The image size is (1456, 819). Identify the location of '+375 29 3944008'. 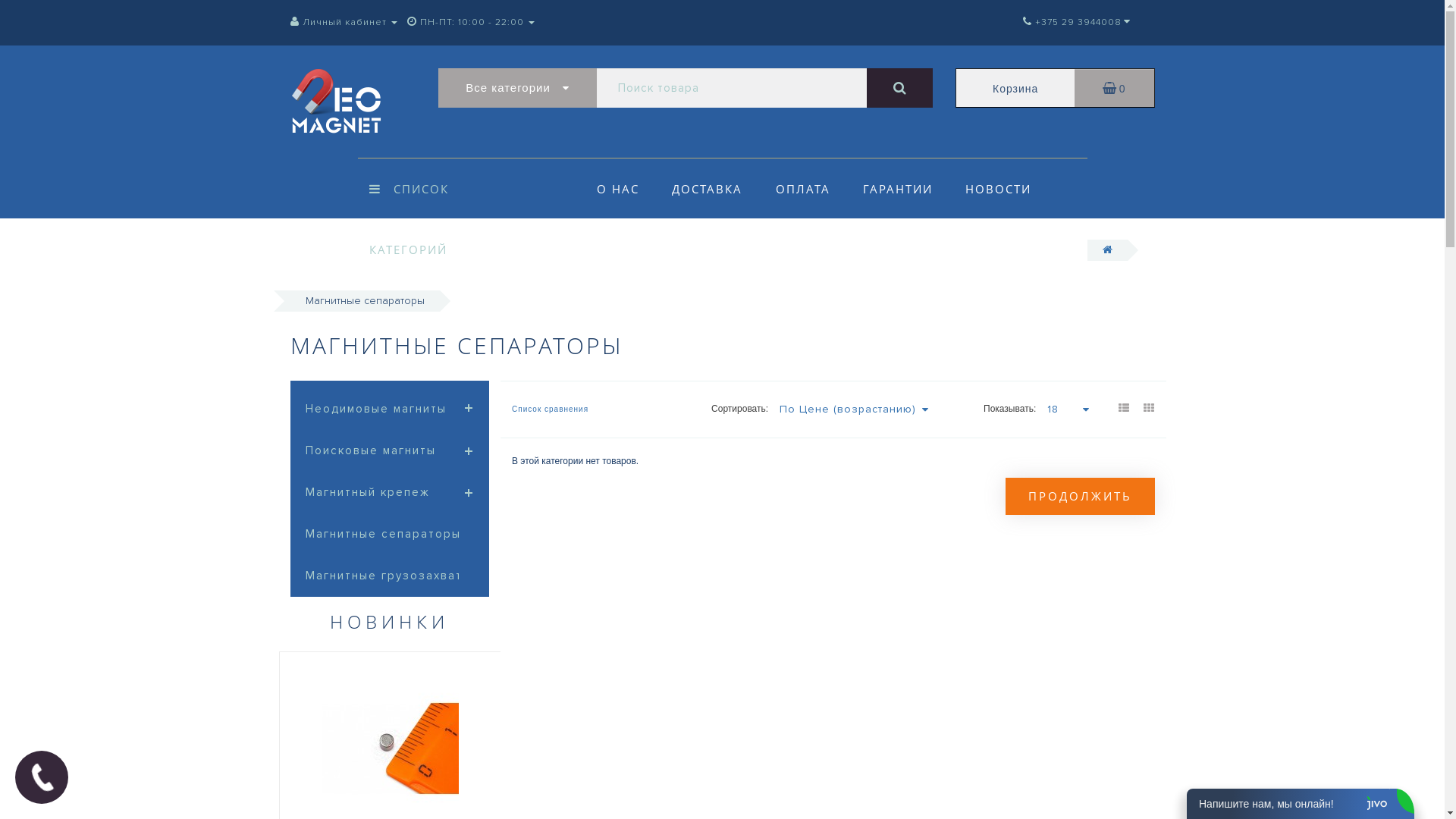
(1070, 22).